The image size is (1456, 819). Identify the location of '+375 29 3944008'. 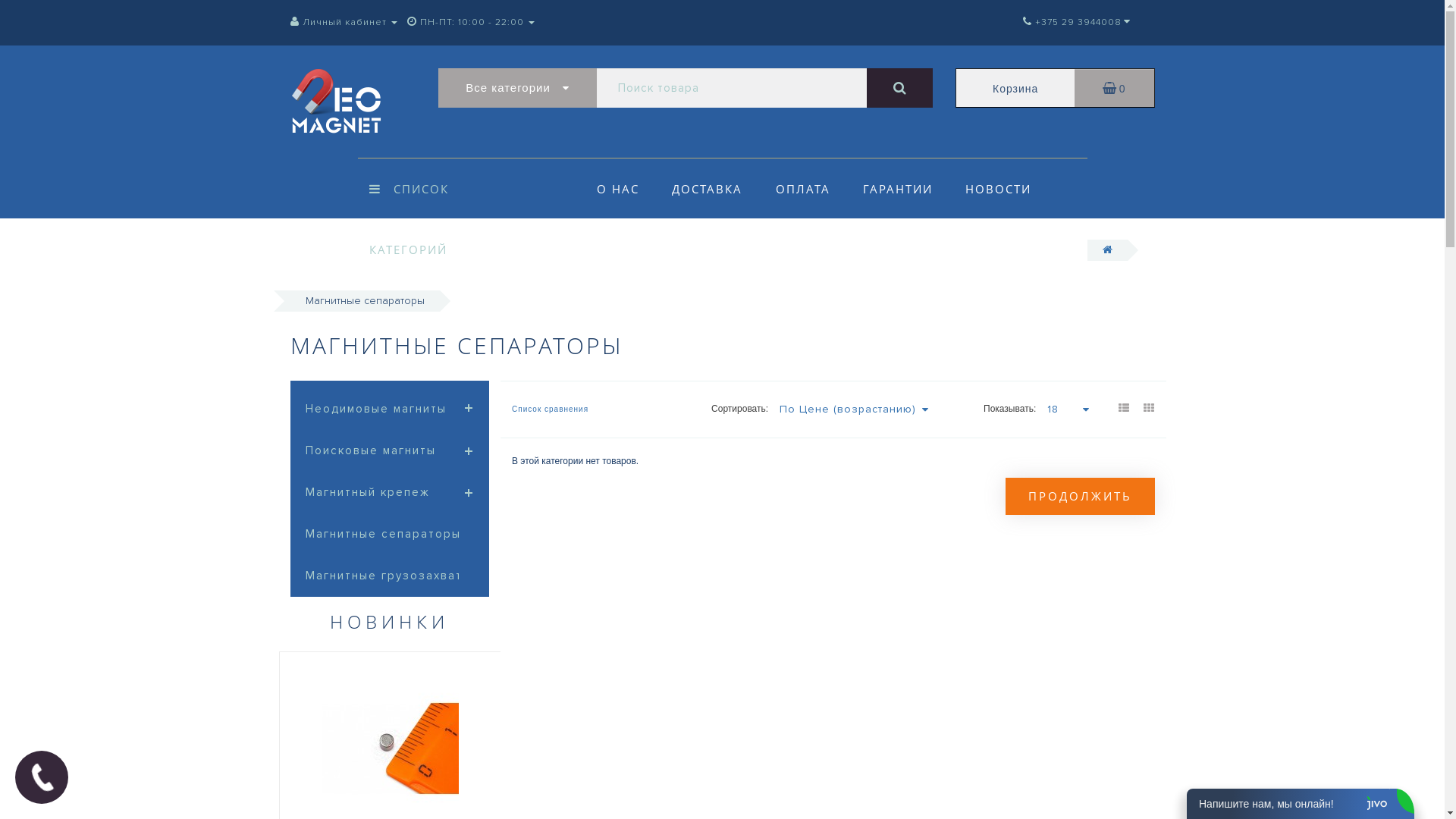
(1070, 22).